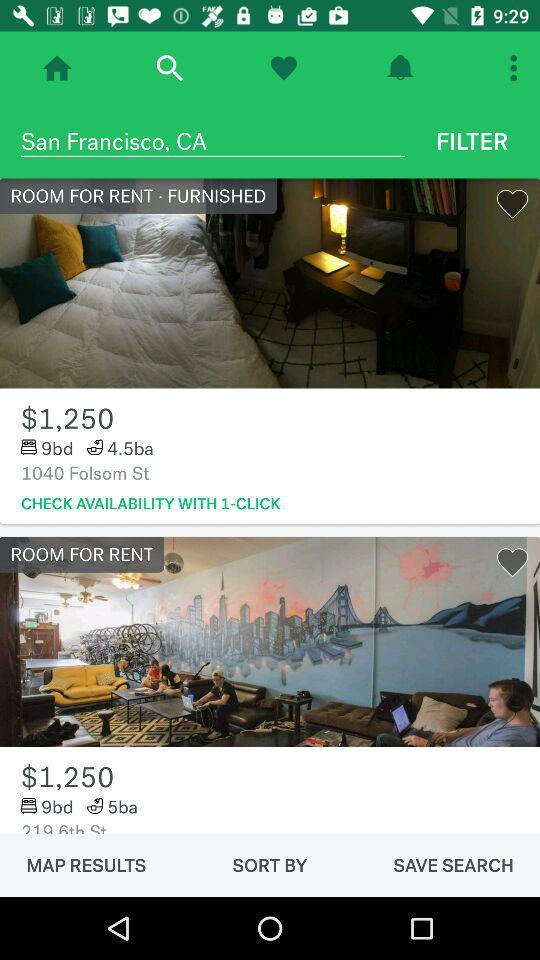  Describe the element at coordinates (282, 68) in the screenshot. I see `follow page` at that location.